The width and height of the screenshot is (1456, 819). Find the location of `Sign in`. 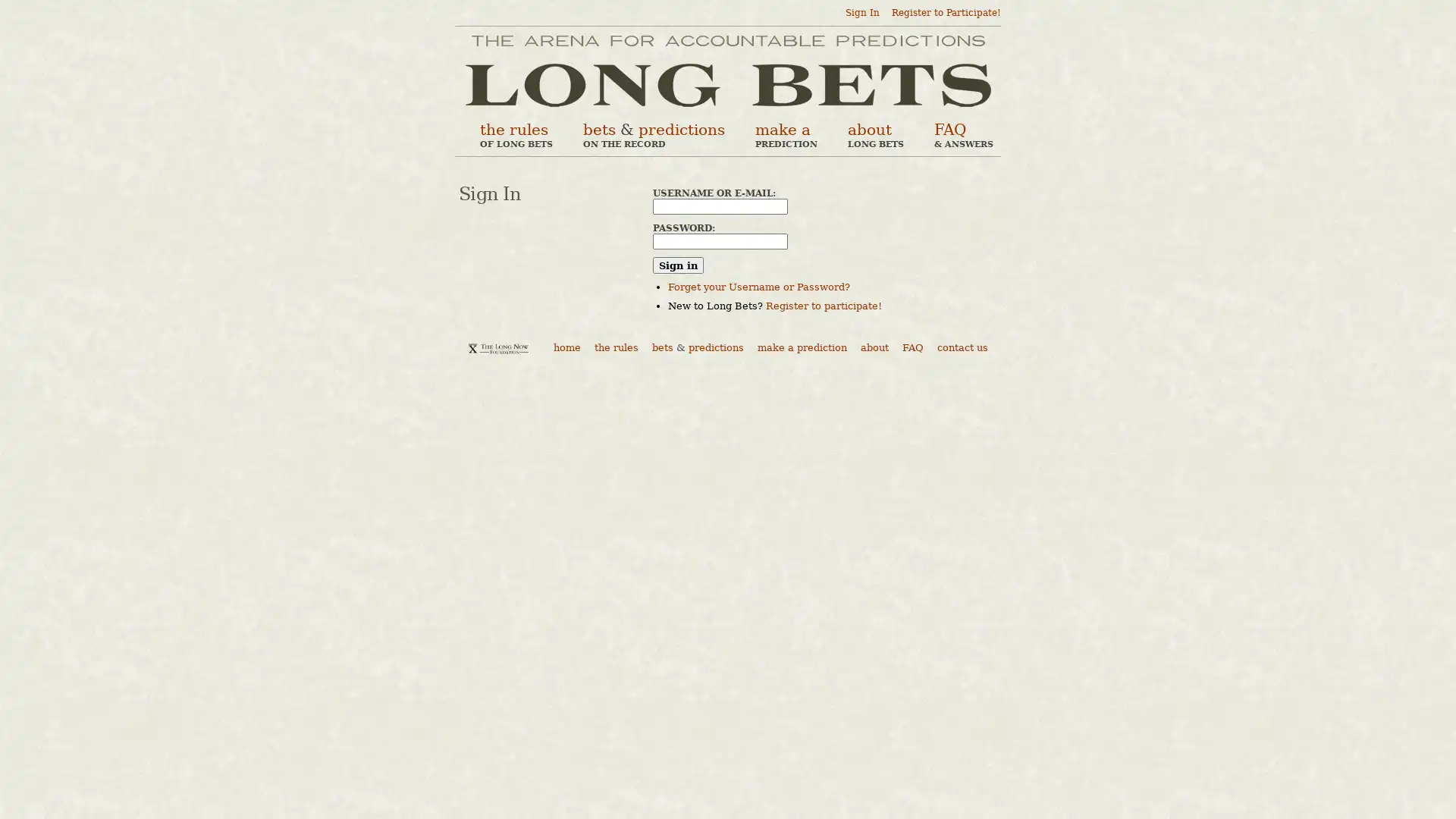

Sign in is located at coordinates (677, 265).